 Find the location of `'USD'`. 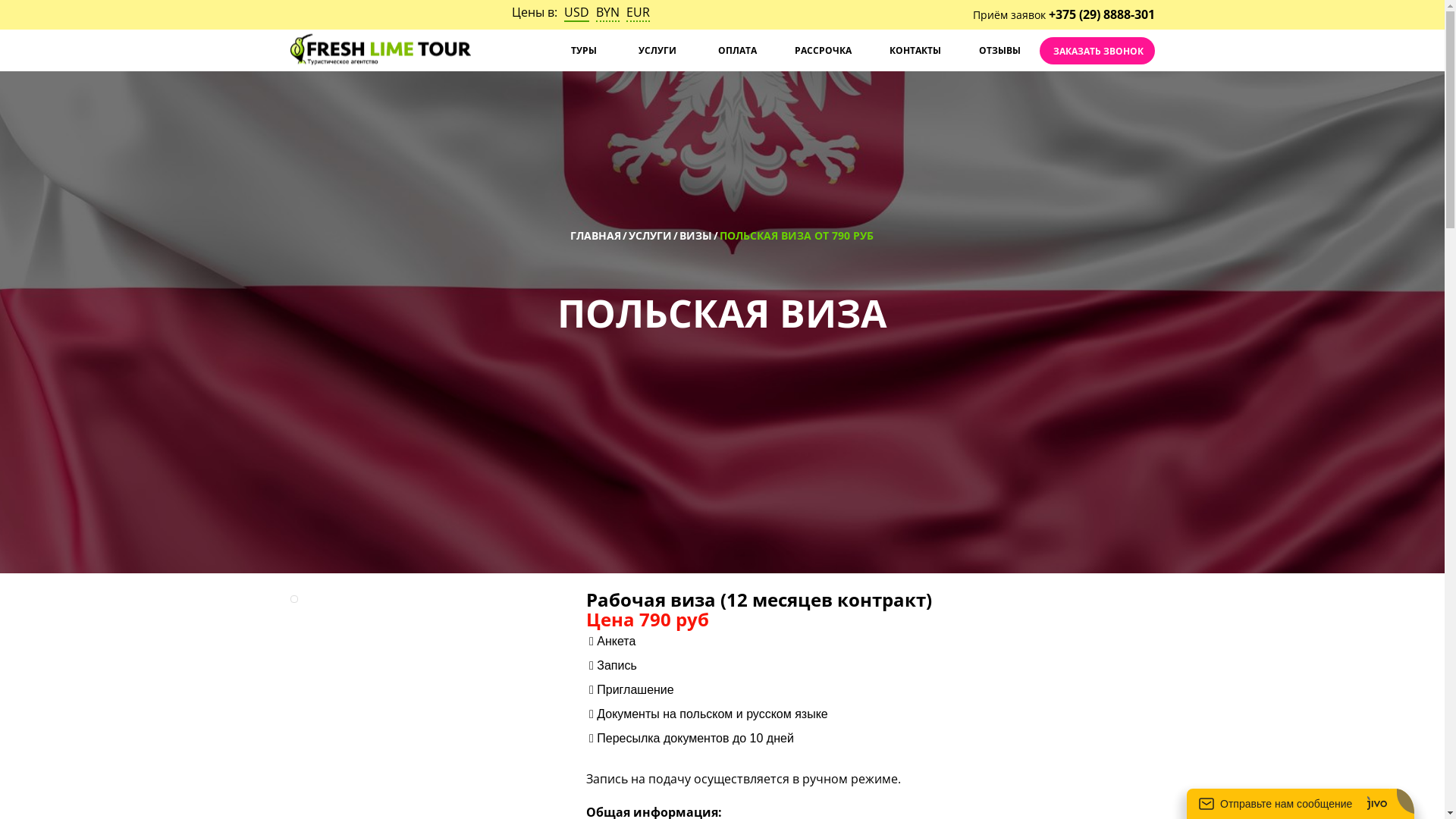

'USD' is located at coordinates (576, 12).